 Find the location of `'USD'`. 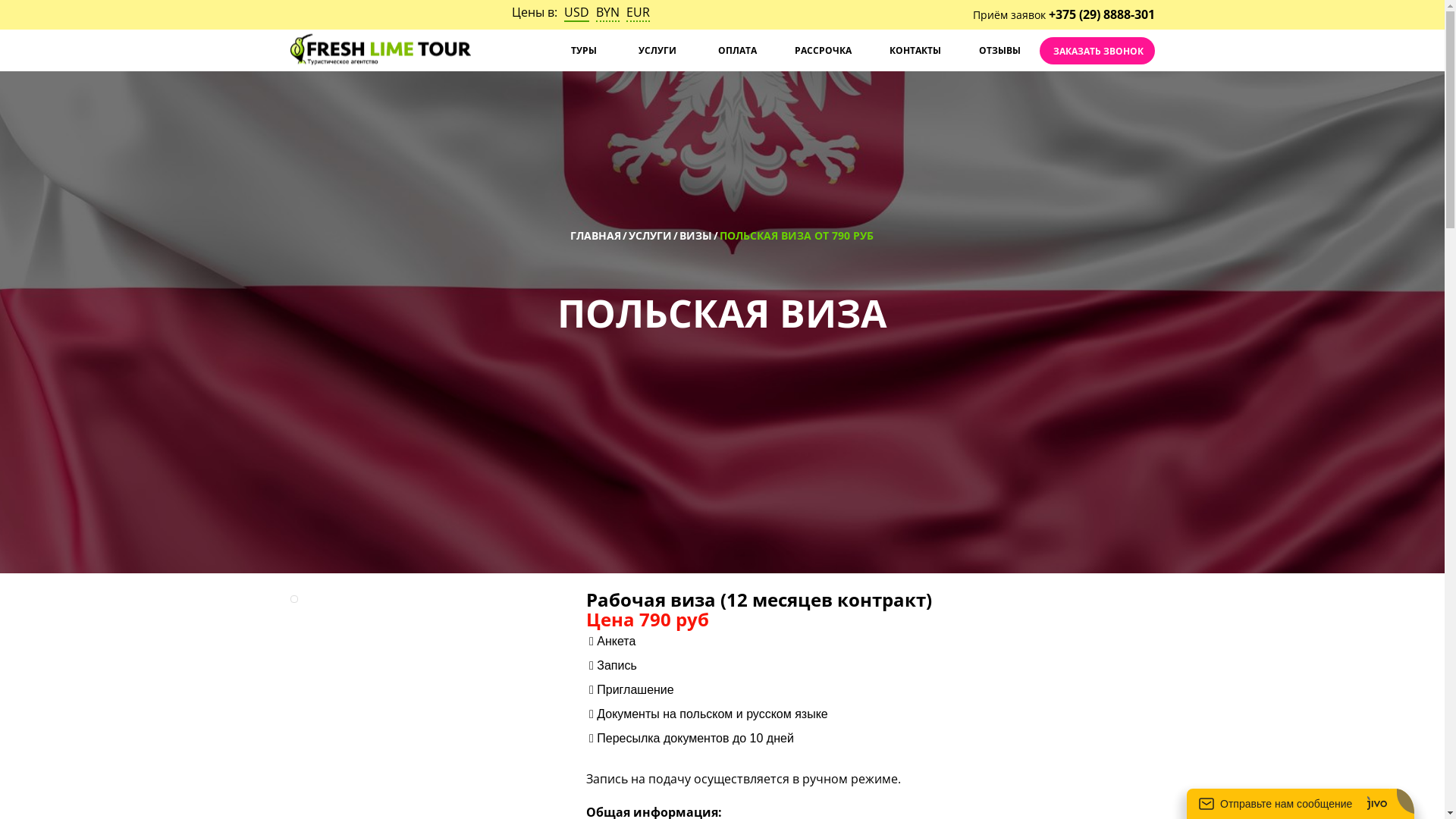

'USD' is located at coordinates (576, 12).